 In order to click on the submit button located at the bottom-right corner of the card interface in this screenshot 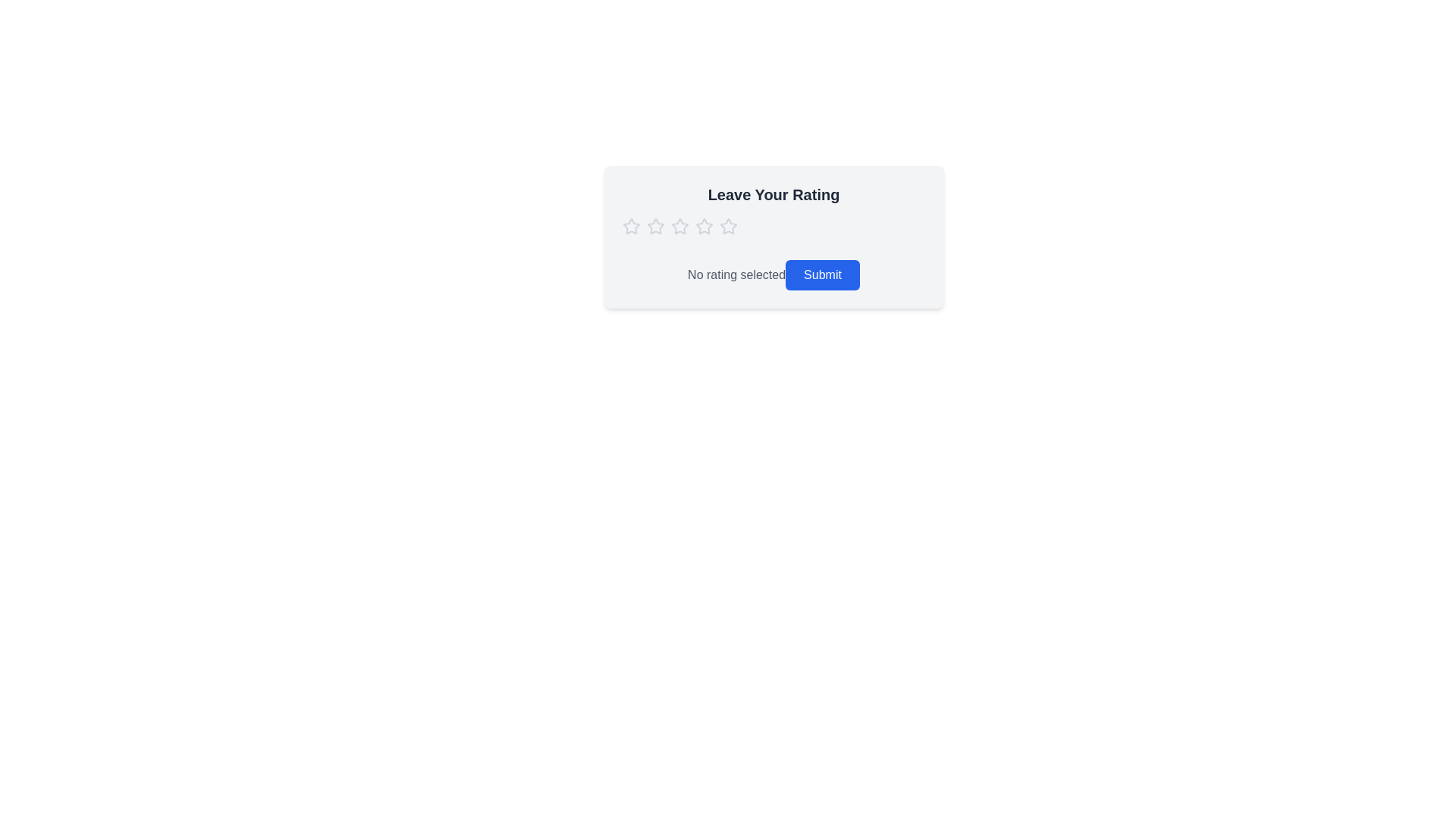, I will do `click(821, 275)`.